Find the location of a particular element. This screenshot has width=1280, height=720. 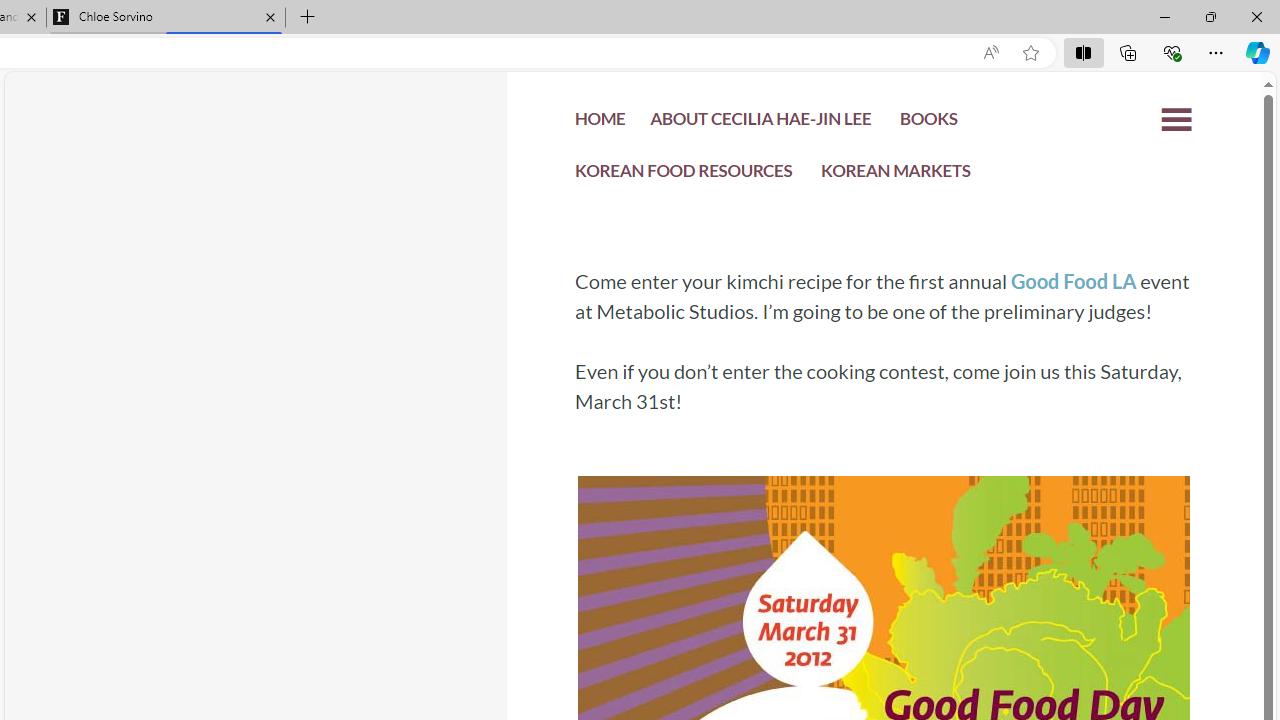

'HOME' is located at coordinates (599, 124).